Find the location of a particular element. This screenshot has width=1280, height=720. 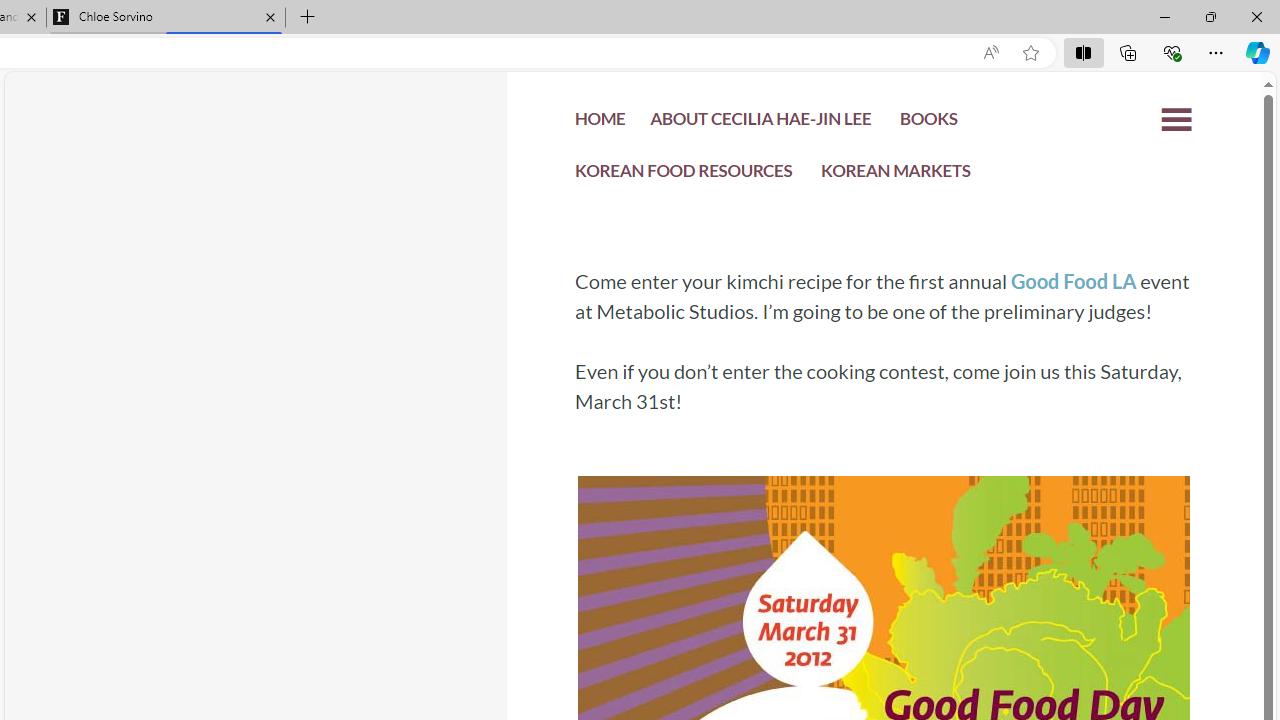

'HOME' is located at coordinates (599, 124).